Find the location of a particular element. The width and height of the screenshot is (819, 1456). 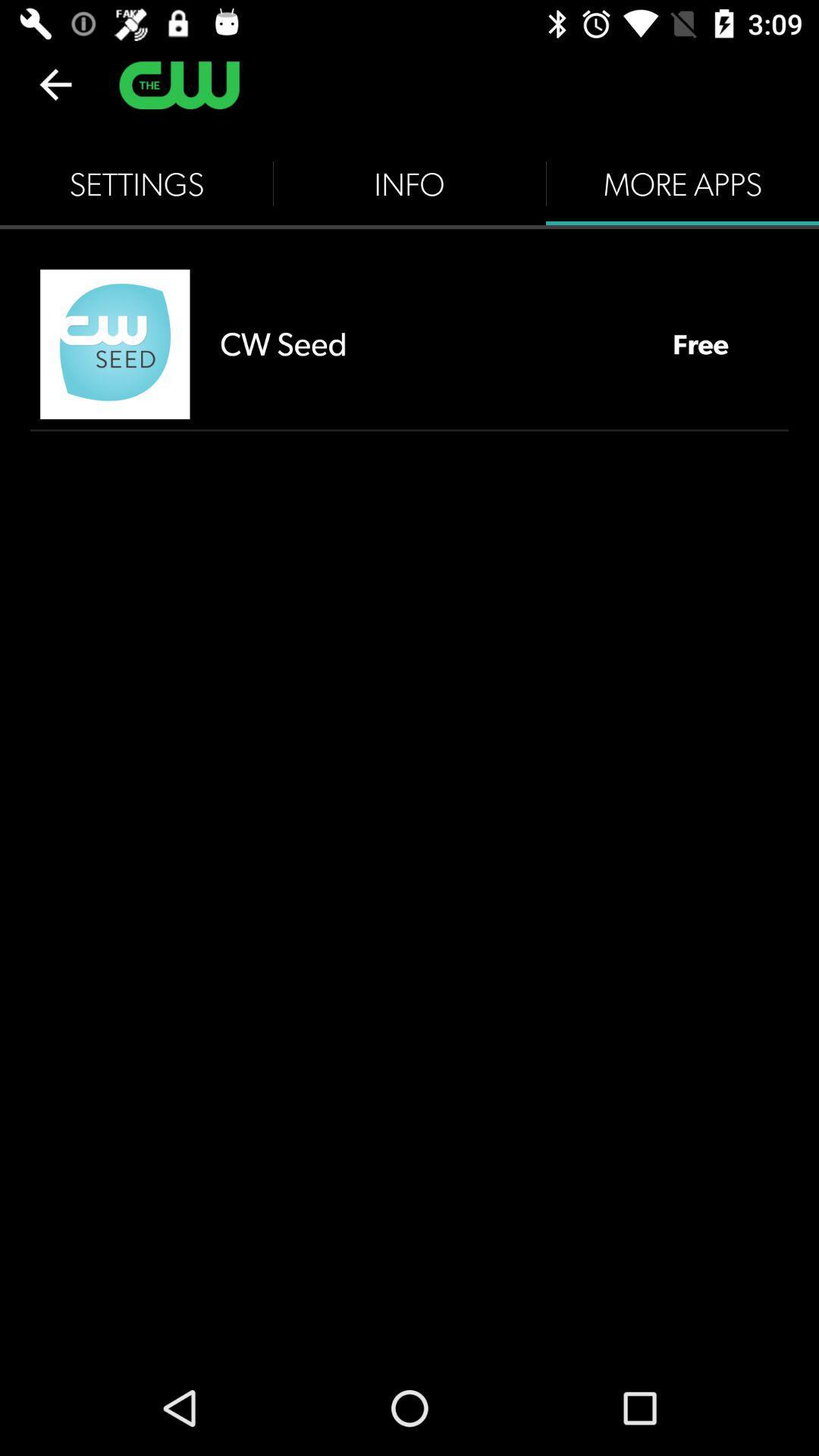

icon next to the free item is located at coordinates (431, 343).